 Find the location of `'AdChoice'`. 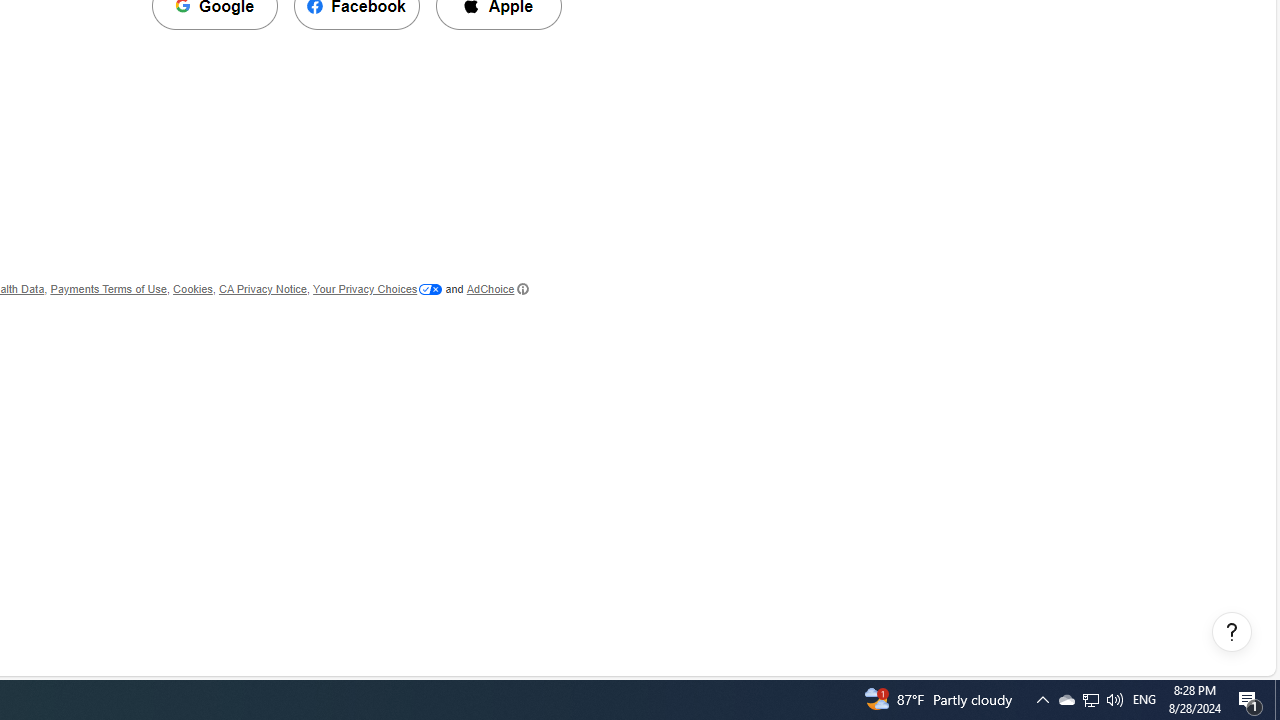

'AdChoice' is located at coordinates (497, 289).